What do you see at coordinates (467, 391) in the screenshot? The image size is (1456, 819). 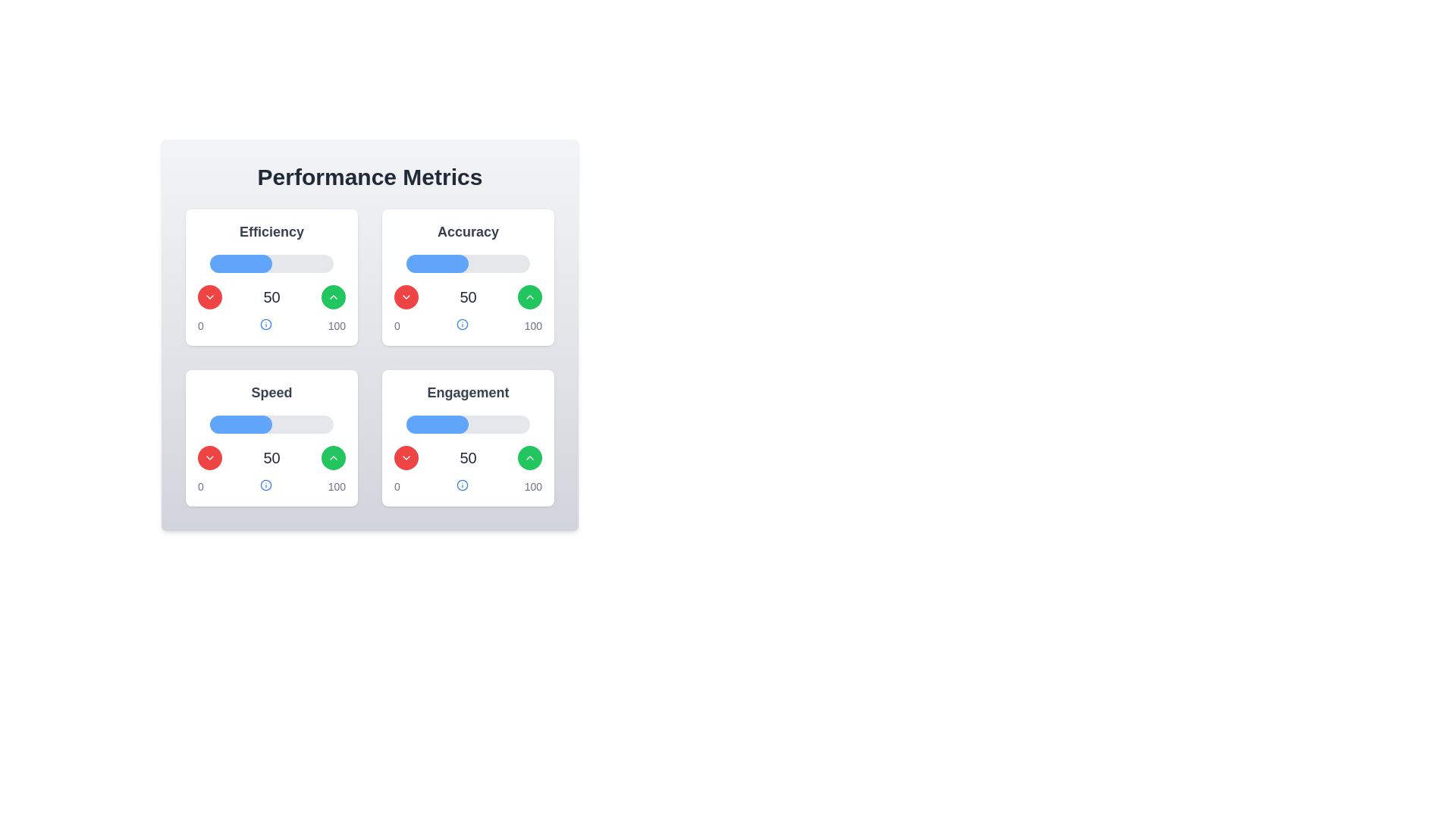 I see `the Text Label that serves as a title for the fourth performance card, located below the 'Performance Metrics' heading and below the third card in the grid layout` at bounding box center [467, 391].